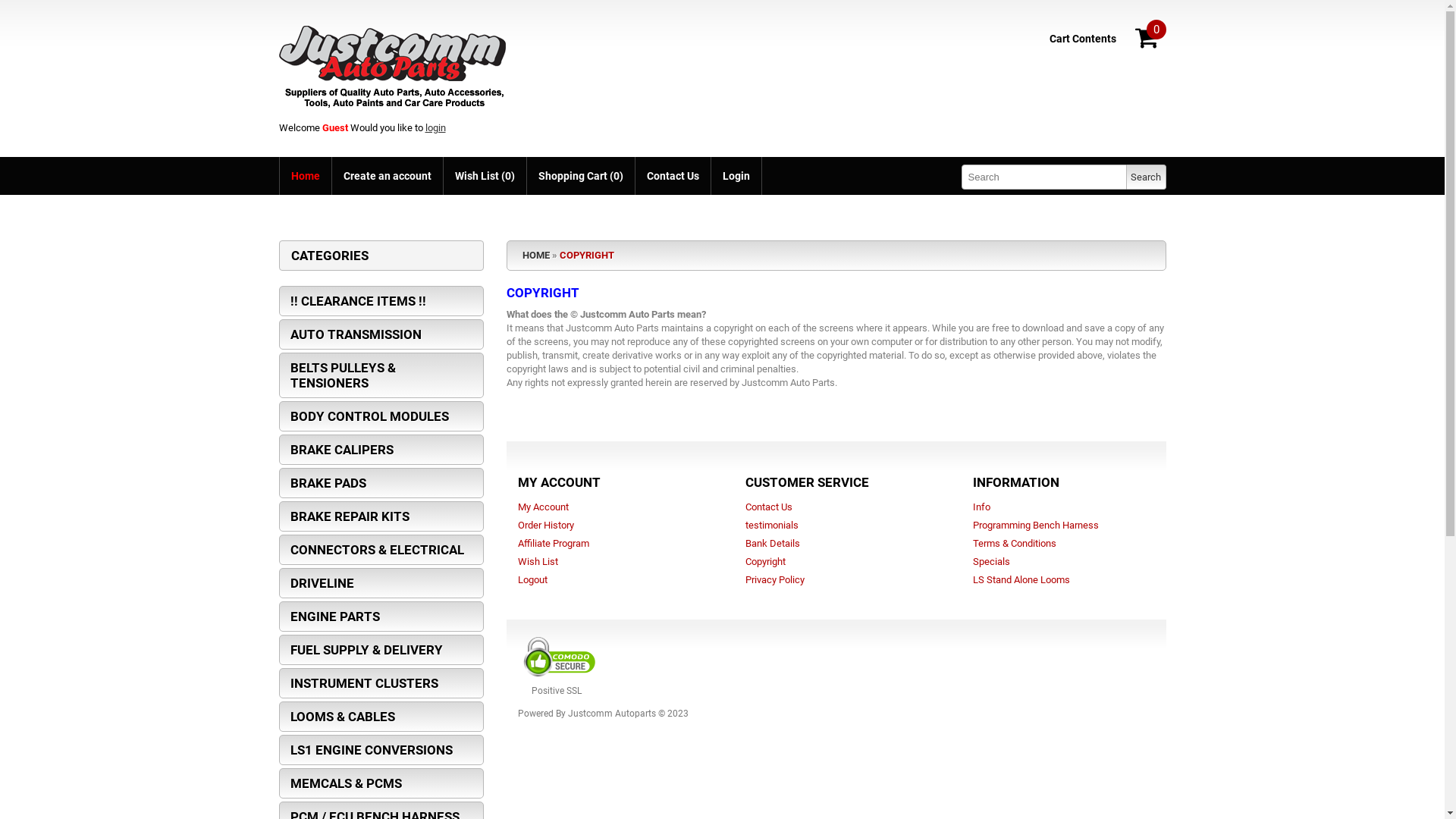 Image resolution: width=1456 pixels, height=819 pixels. What do you see at coordinates (585, 254) in the screenshot?
I see `'COPYRIGHT'` at bounding box center [585, 254].